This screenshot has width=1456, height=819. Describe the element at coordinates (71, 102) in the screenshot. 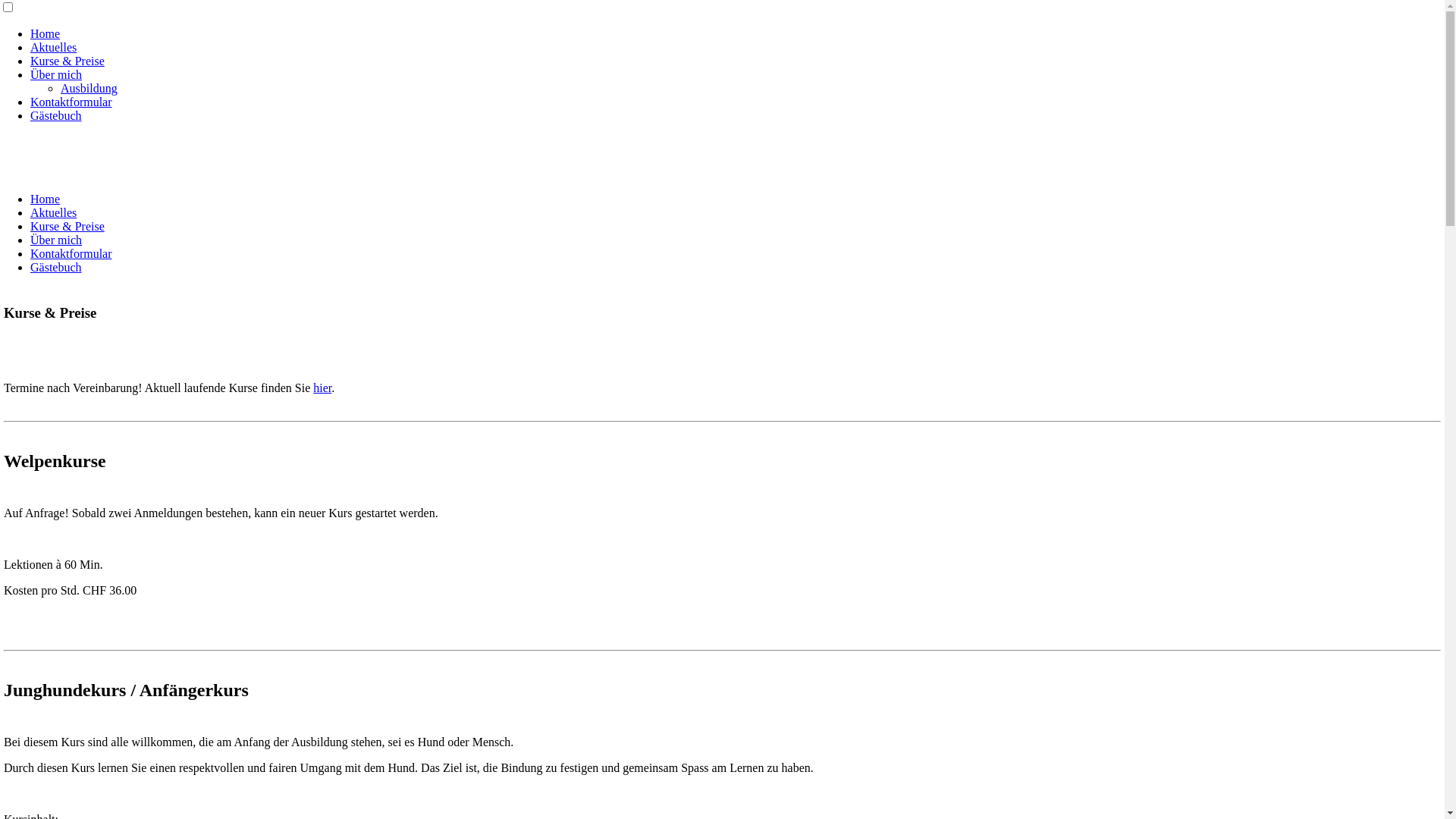

I see `'Kontaktformular'` at that location.